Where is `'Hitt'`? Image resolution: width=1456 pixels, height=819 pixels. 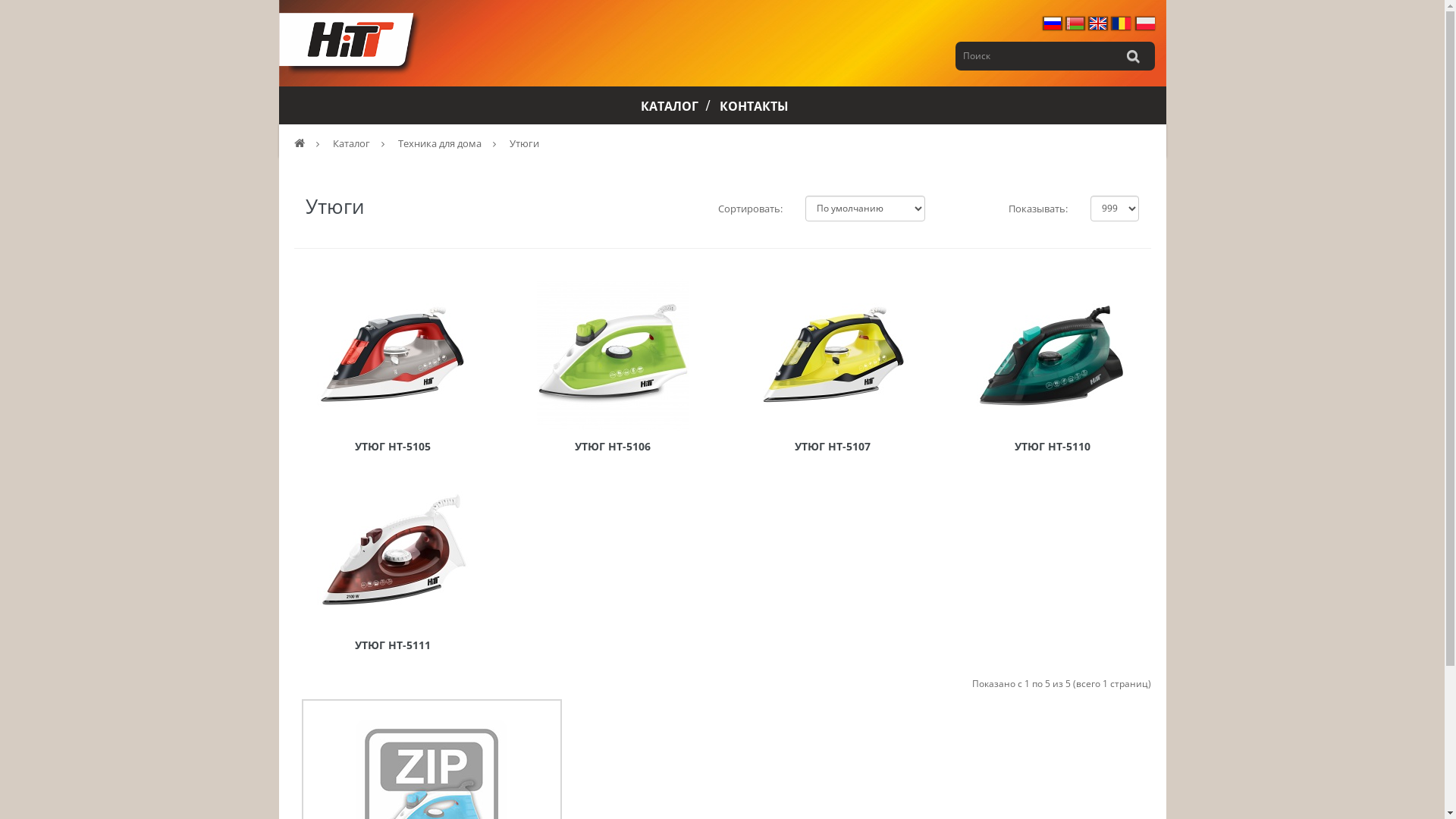 'Hitt' is located at coordinates (350, 42).